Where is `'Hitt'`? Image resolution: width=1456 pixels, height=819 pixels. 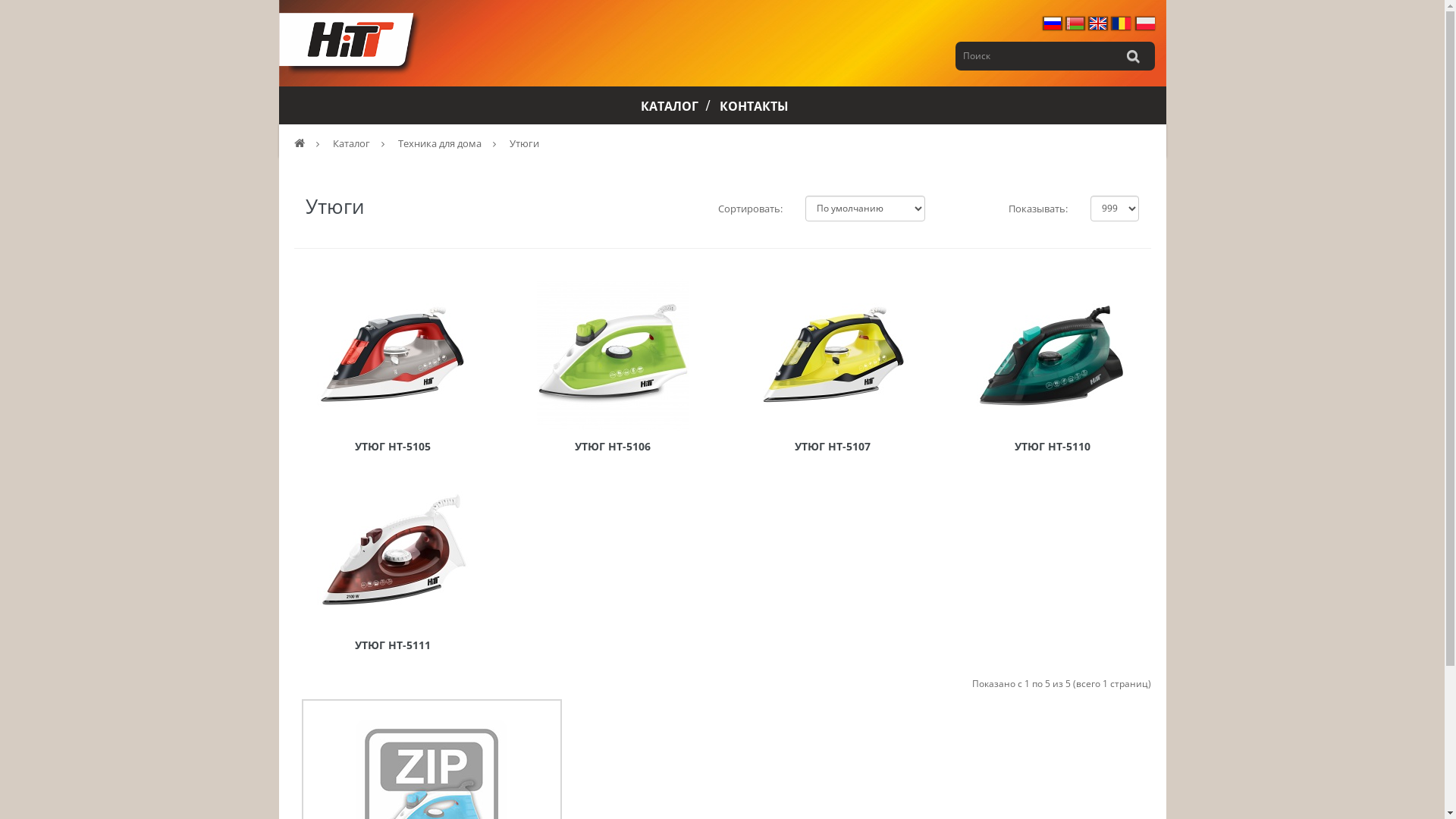 'Hitt' is located at coordinates (350, 42).